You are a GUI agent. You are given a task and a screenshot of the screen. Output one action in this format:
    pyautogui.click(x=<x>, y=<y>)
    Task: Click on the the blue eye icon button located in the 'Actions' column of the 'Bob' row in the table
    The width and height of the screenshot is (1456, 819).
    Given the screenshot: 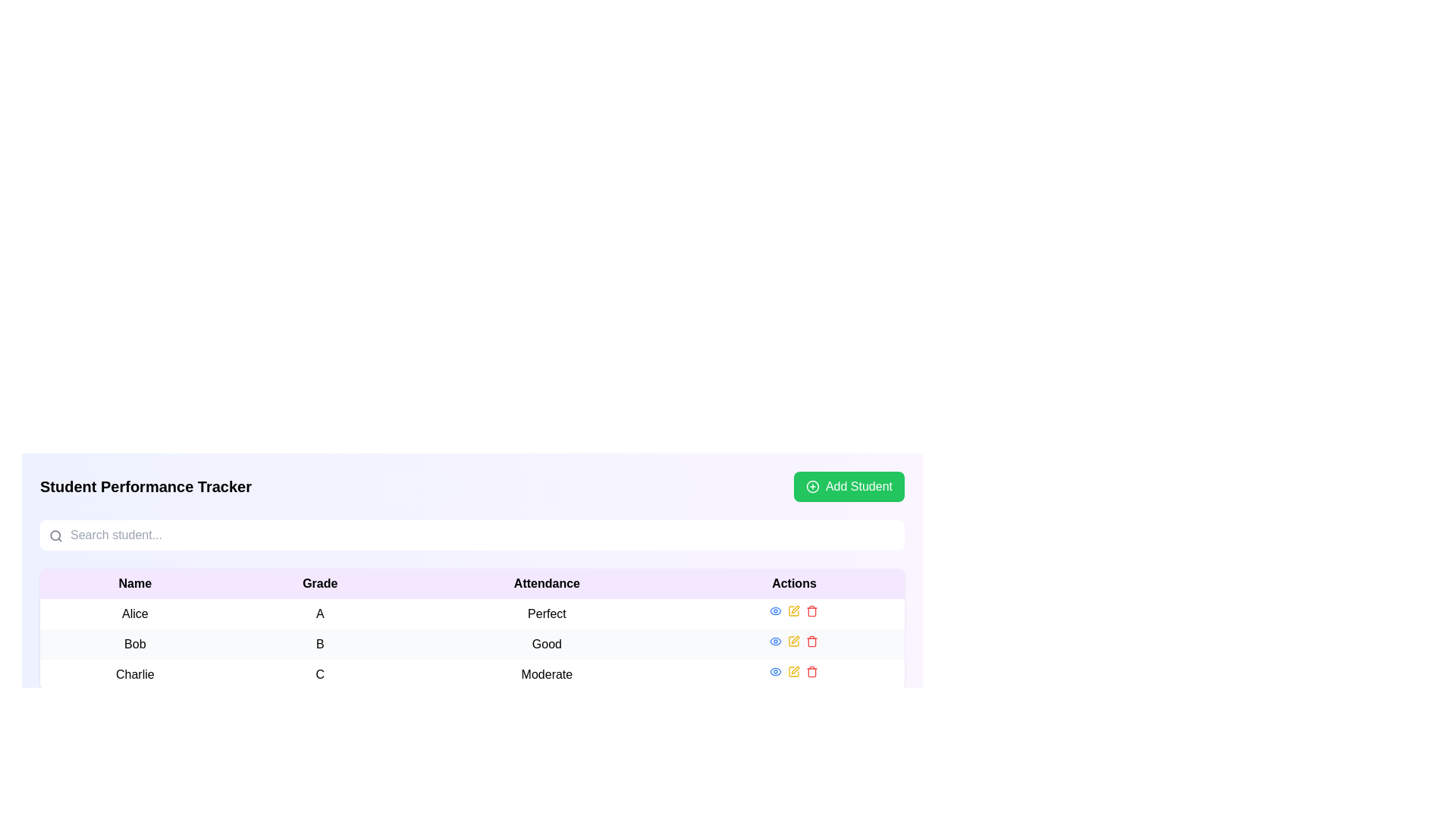 What is the action you would take?
    pyautogui.click(x=776, y=641)
    